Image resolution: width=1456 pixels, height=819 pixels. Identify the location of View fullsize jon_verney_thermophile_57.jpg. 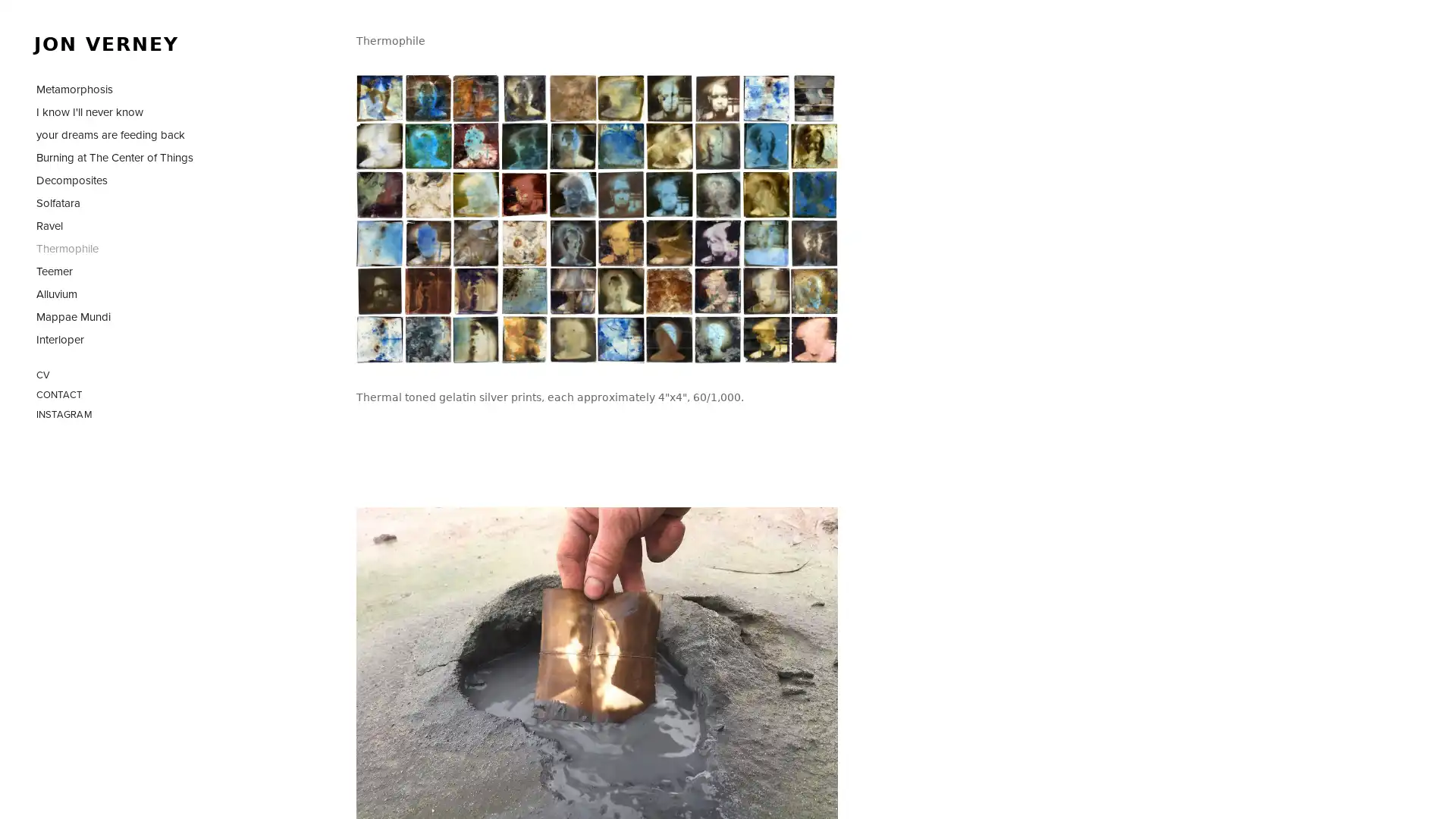
(524, 338).